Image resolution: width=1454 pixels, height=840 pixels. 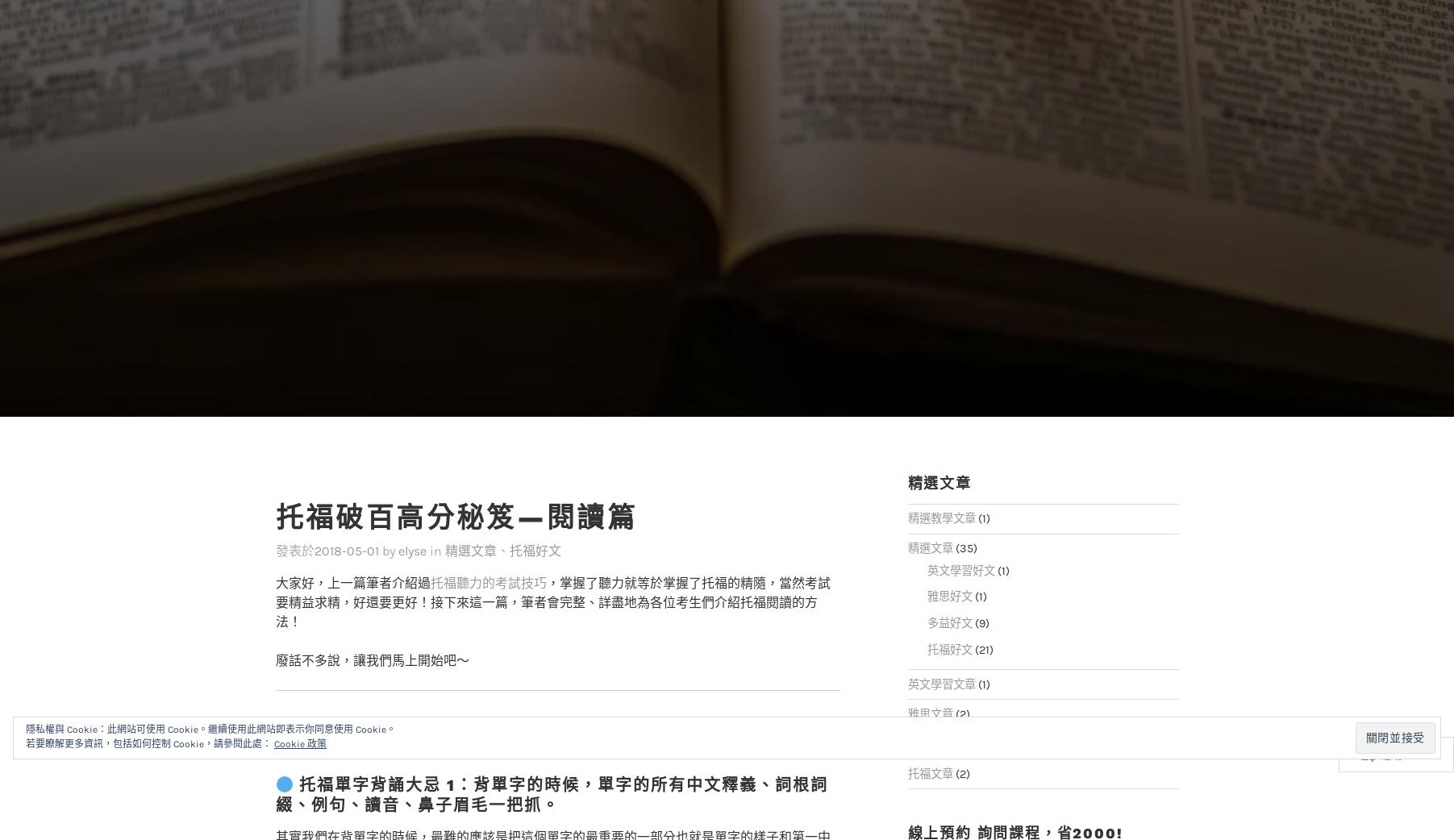 What do you see at coordinates (1014, 800) in the screenshot?
I see `'線上預約 詢問課程，省2000!'` at bounding box center [1014, 800].